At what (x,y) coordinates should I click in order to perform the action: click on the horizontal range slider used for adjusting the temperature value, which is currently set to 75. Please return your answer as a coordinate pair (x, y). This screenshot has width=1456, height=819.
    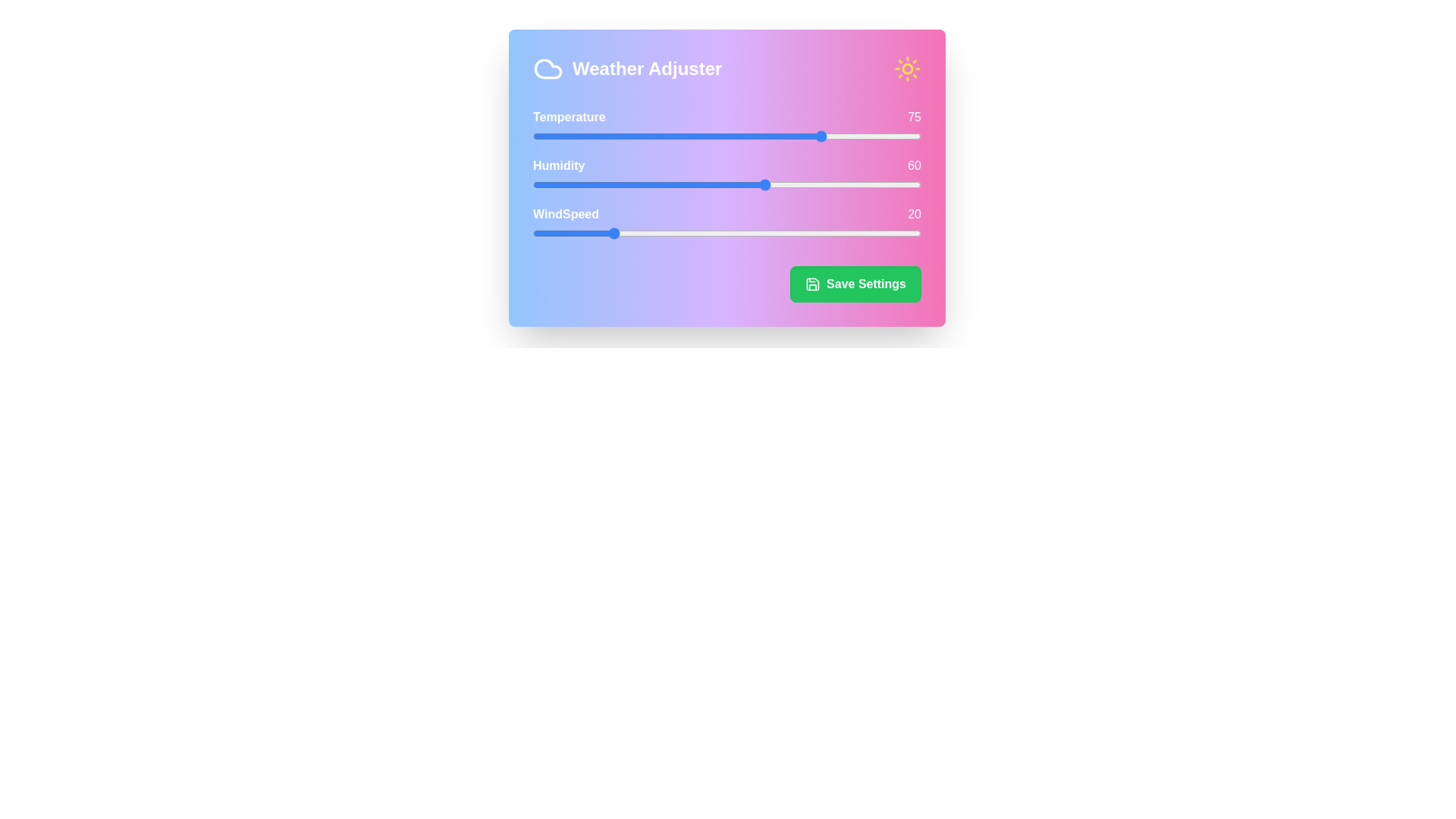
    Looking at the image, I should click on (726, 136).